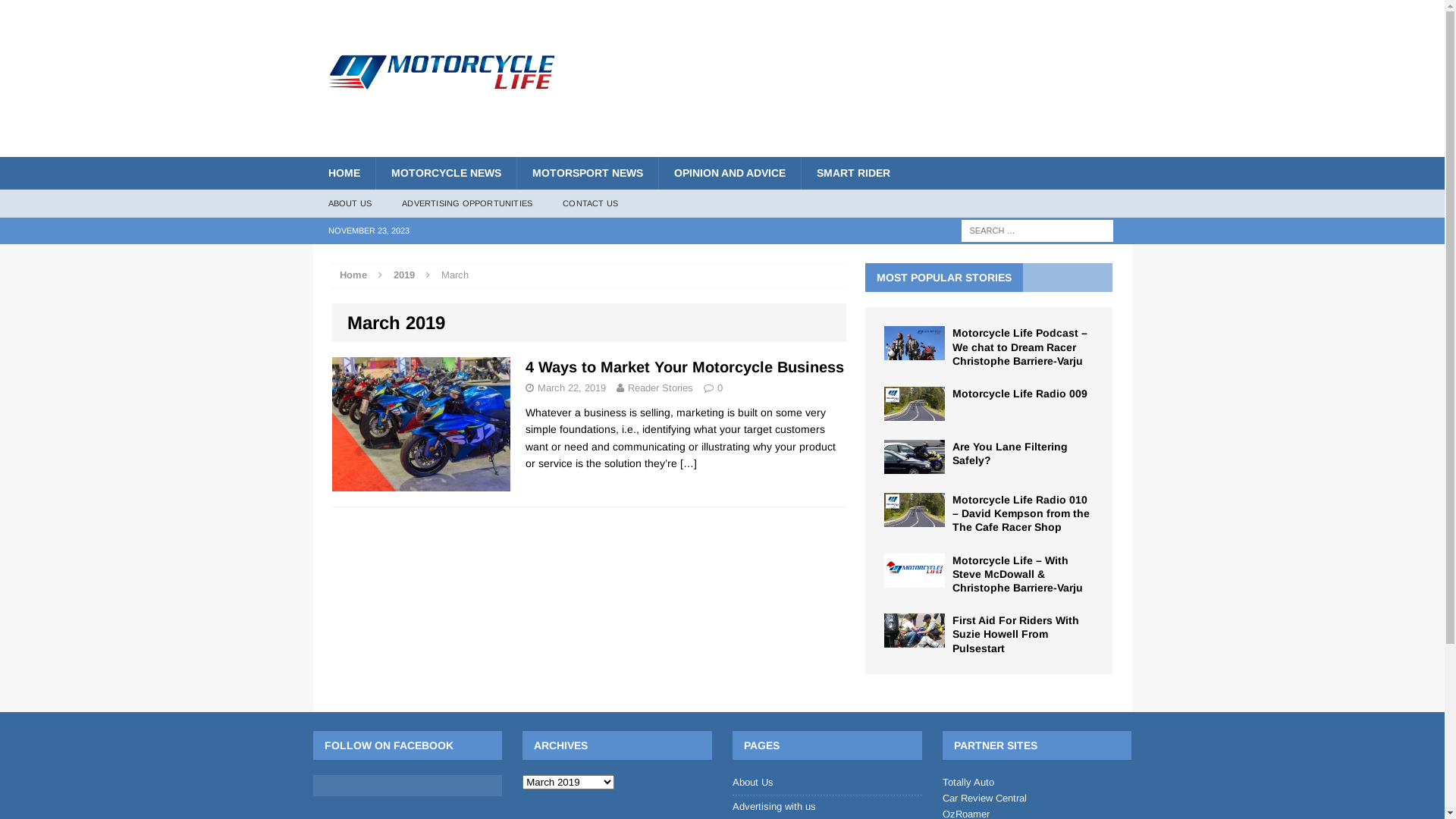  I want to click on 'Are You Lane Filtering Safely?', so click(1009, 452).